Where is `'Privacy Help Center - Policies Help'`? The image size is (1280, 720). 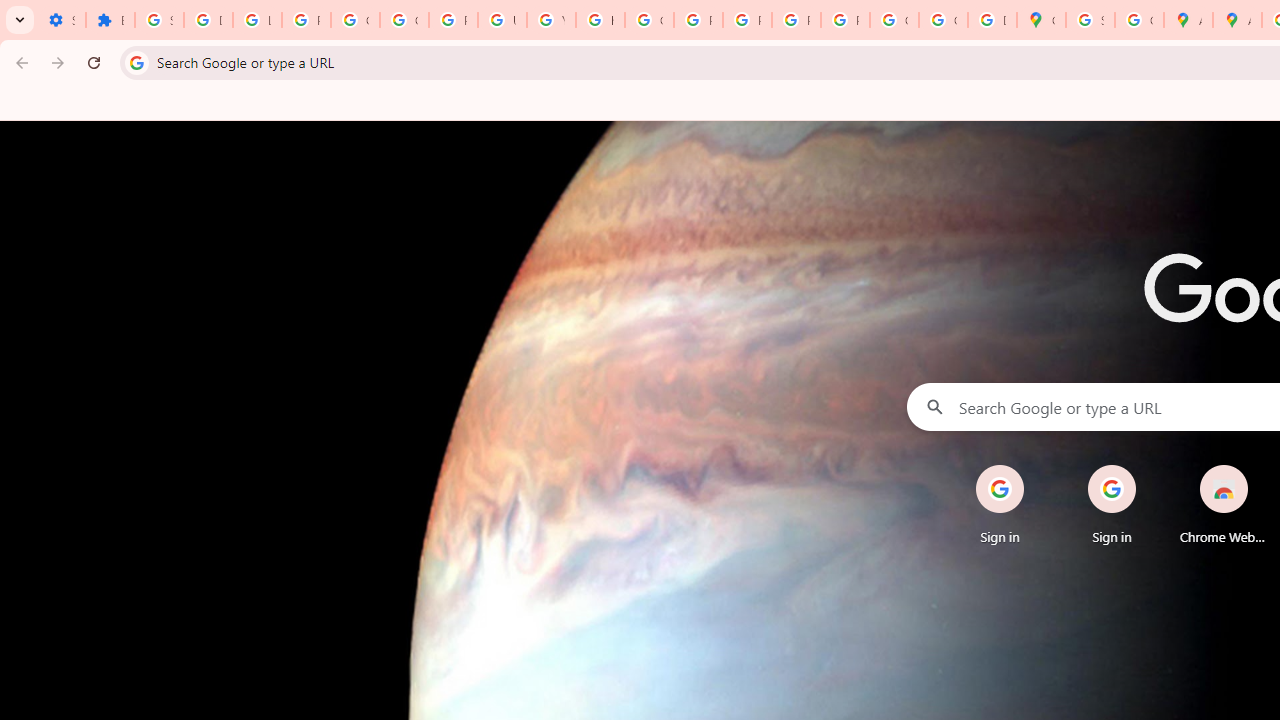 'Privacy Help Center - Policies Help' is located at coordinates (698, 20).